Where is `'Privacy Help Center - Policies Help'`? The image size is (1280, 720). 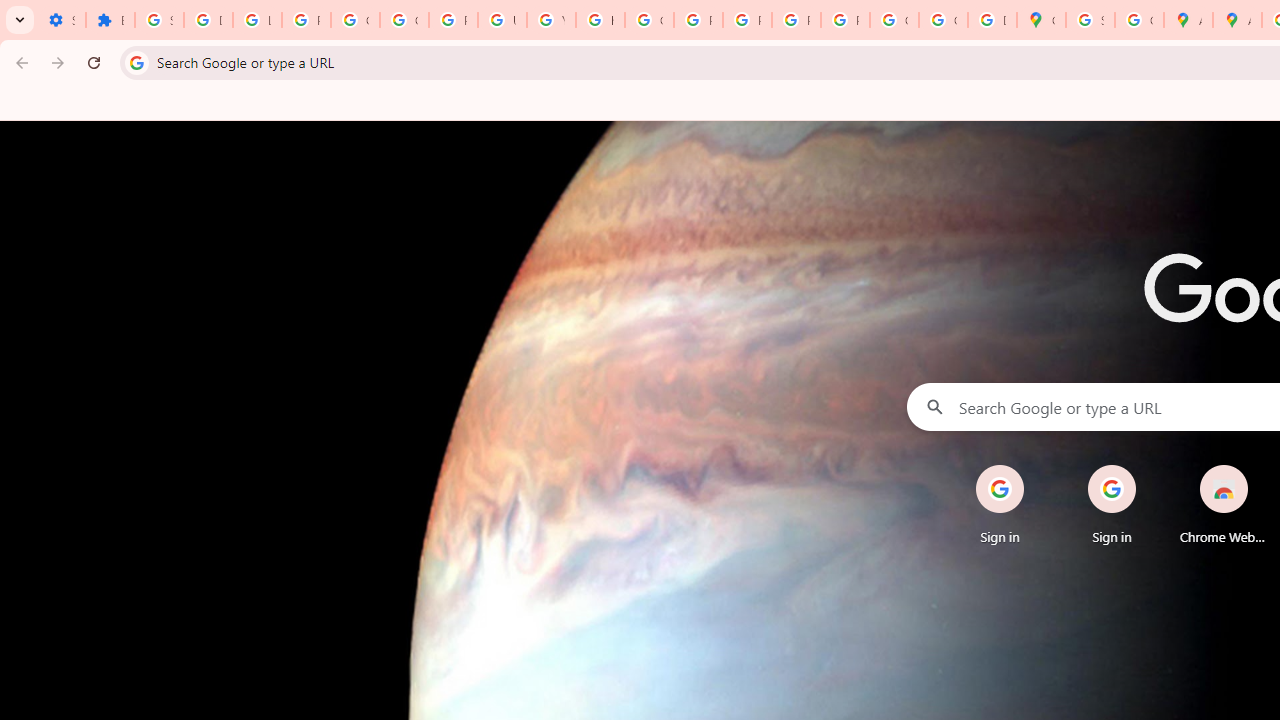 'Privacy Help Center - Policies Help' is located at coordinates (698, 20).